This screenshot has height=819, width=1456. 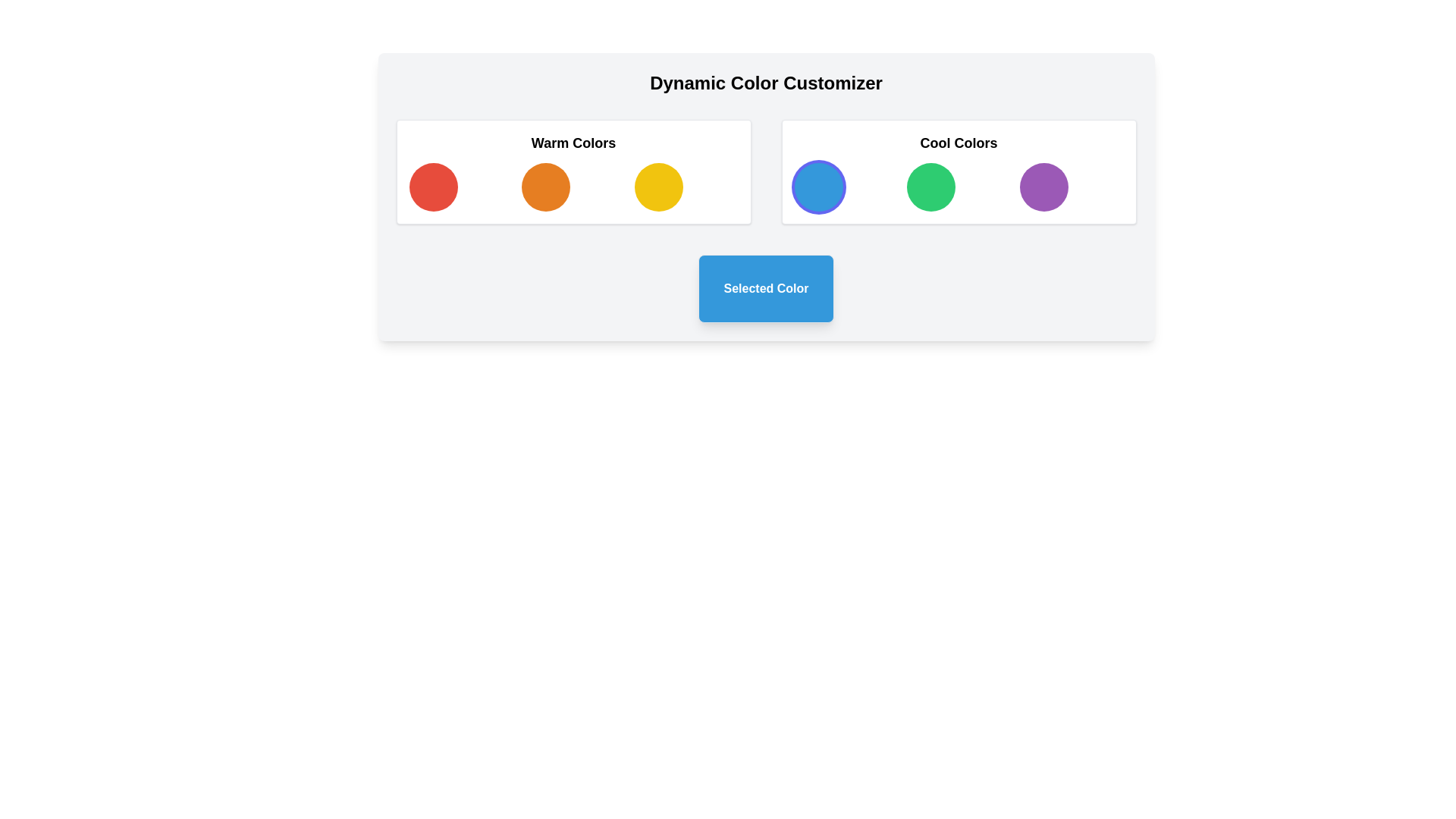 What do you see at coordinates (546, 186) in the screenshot?
I see `the orange color selection button located in the middle of the 'Warm Colors' section to scale it up` at bounding box center [546, 186].